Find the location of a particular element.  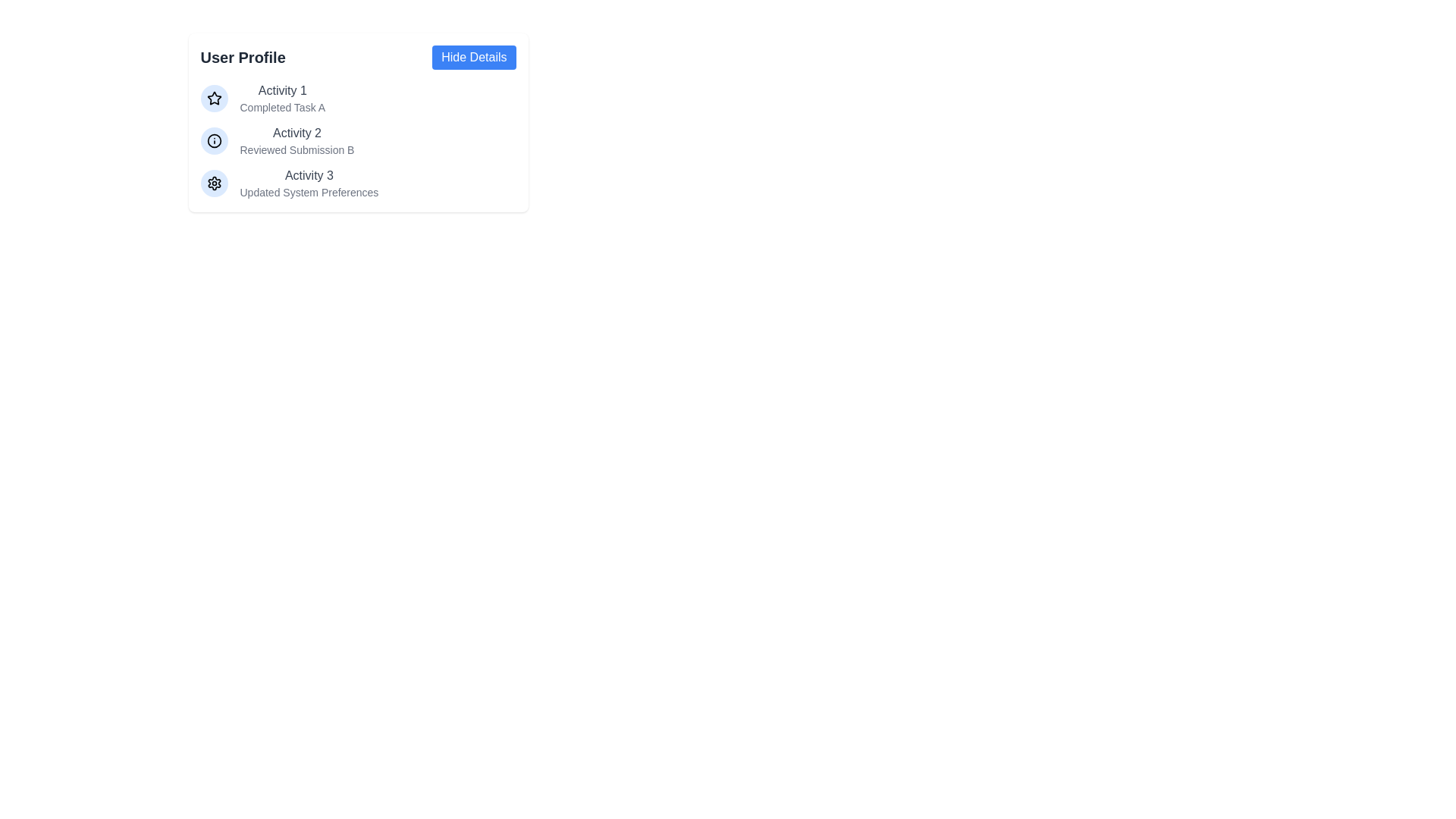

the star-shaped icon with a hollow center and bold outline, which is the first icon in the User Profile activities section, located to the left of 'Activity 1' is located at coordinates (213, 98).